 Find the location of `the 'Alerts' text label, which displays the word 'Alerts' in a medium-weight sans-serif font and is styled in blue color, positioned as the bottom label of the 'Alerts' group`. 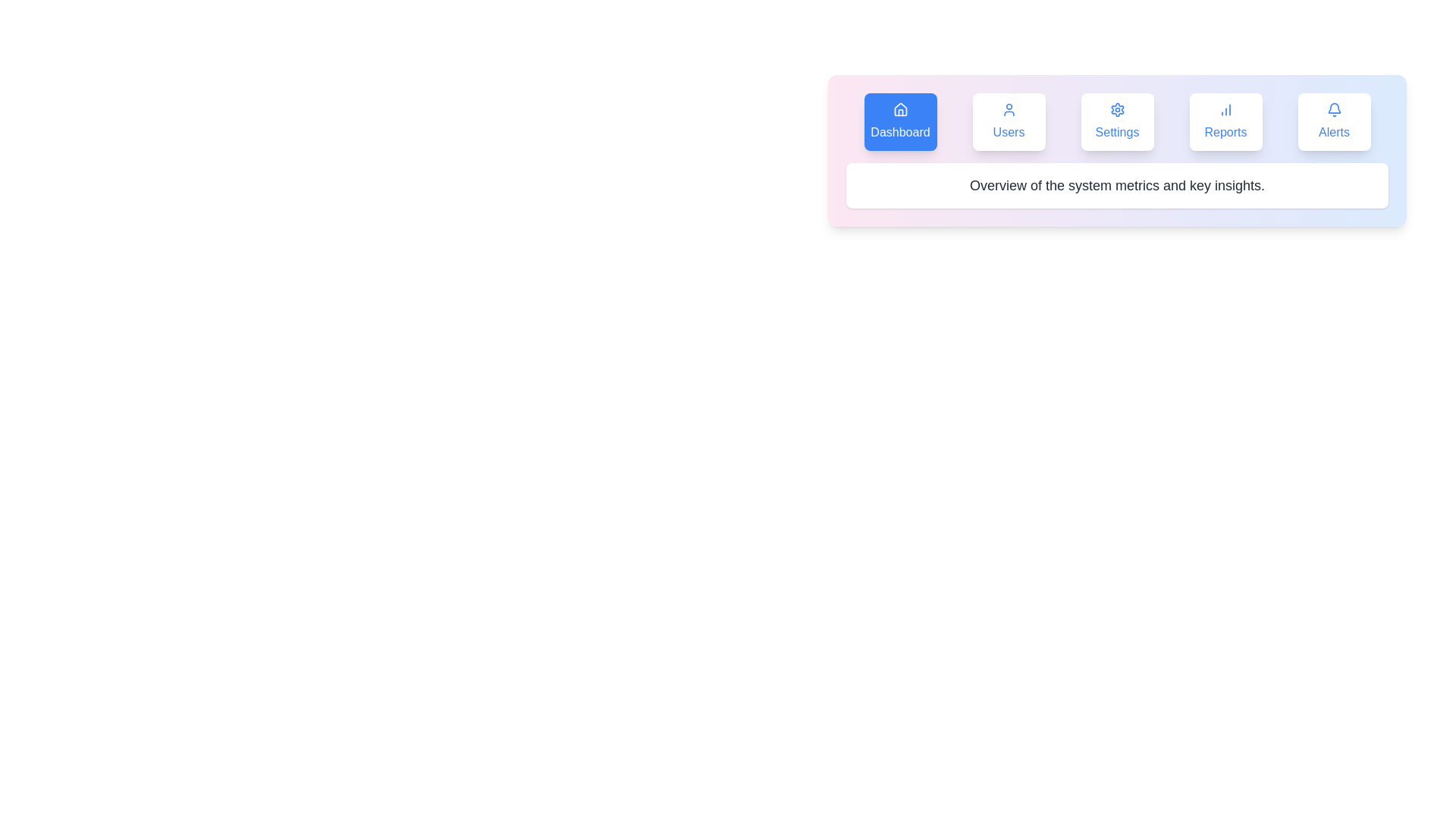

the 'Alerts' text label, which displays the word 'Alerts' in a medium-weight sans-serif font and is styled in blue color, positioned as the bottom label of the 'Alerts' group is located at coordinates (1333, 131).